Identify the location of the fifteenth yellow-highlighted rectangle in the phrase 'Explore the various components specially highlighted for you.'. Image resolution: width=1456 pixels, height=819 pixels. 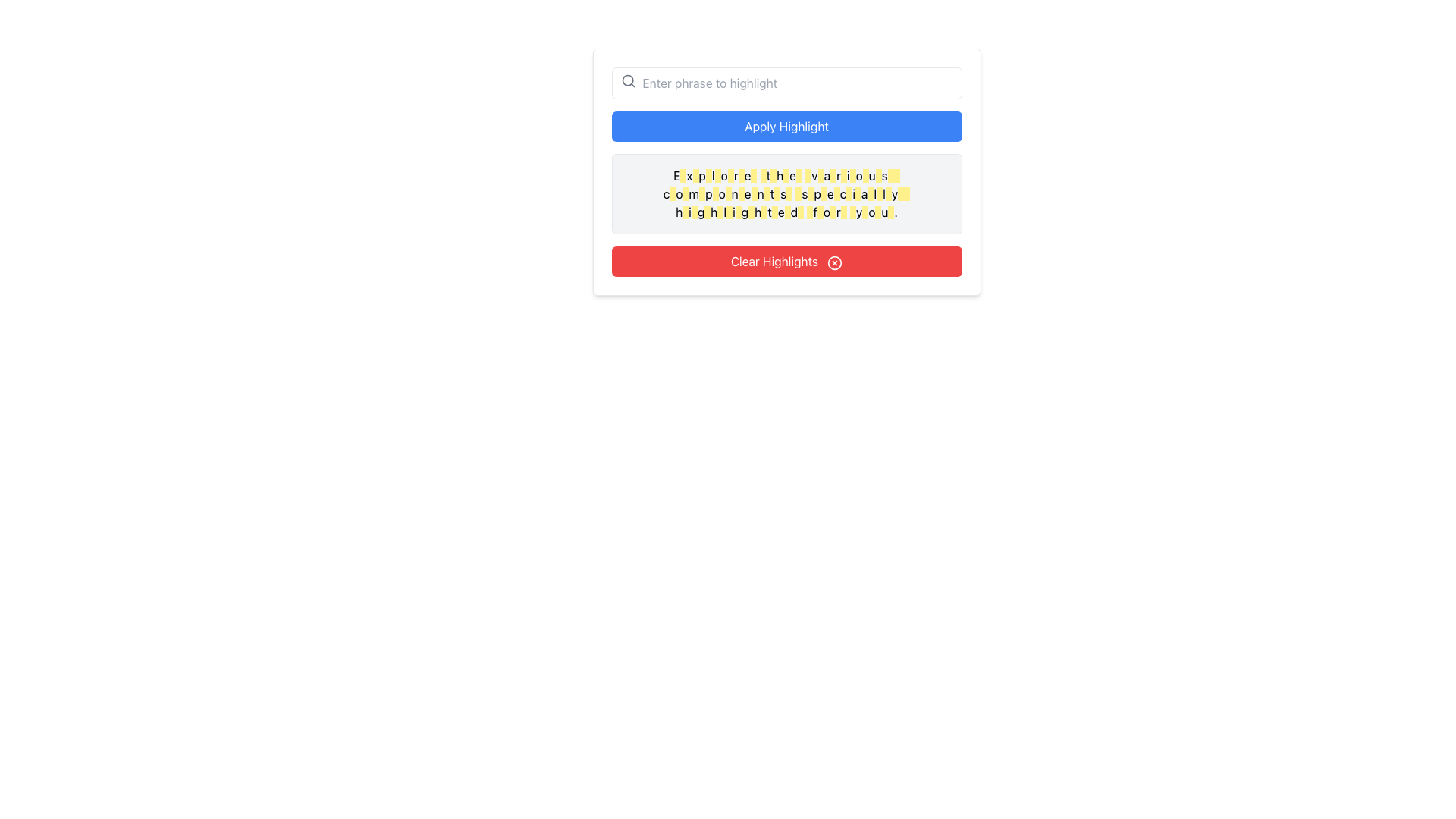
(843, 174).